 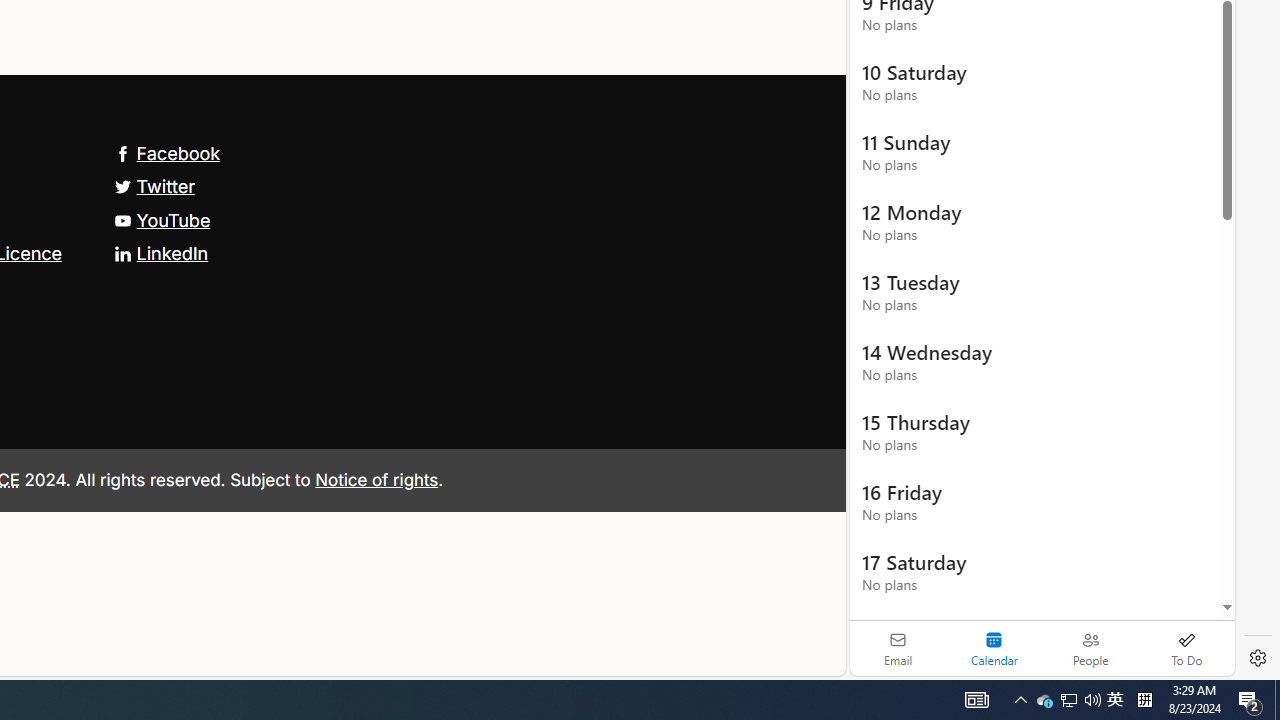 I want to click on 'Email', so click(x=897, y=648).